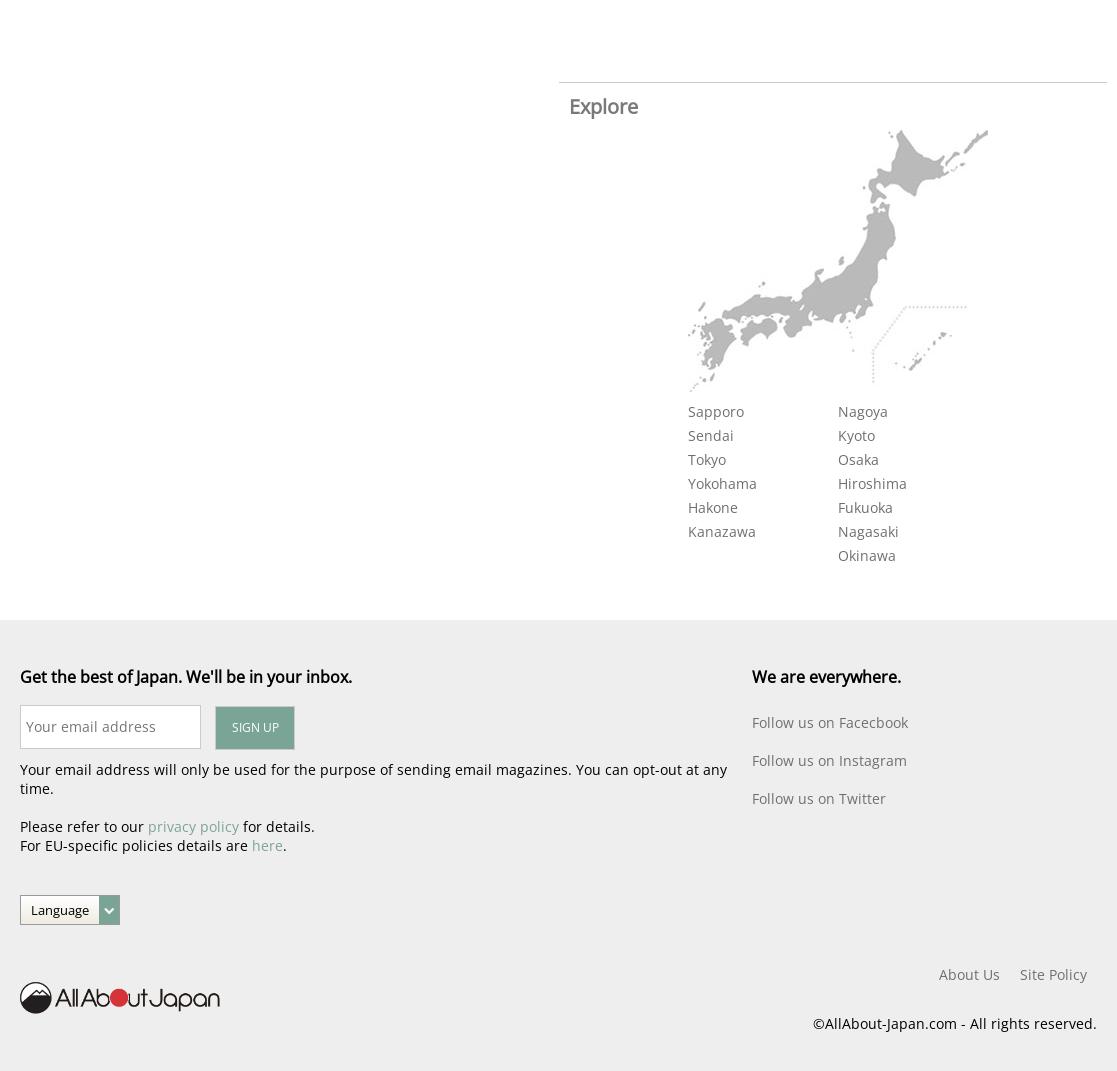  Describe the element at coordinates (19, 824) in the screenshot. I see `'Please refer to our'` at that location.